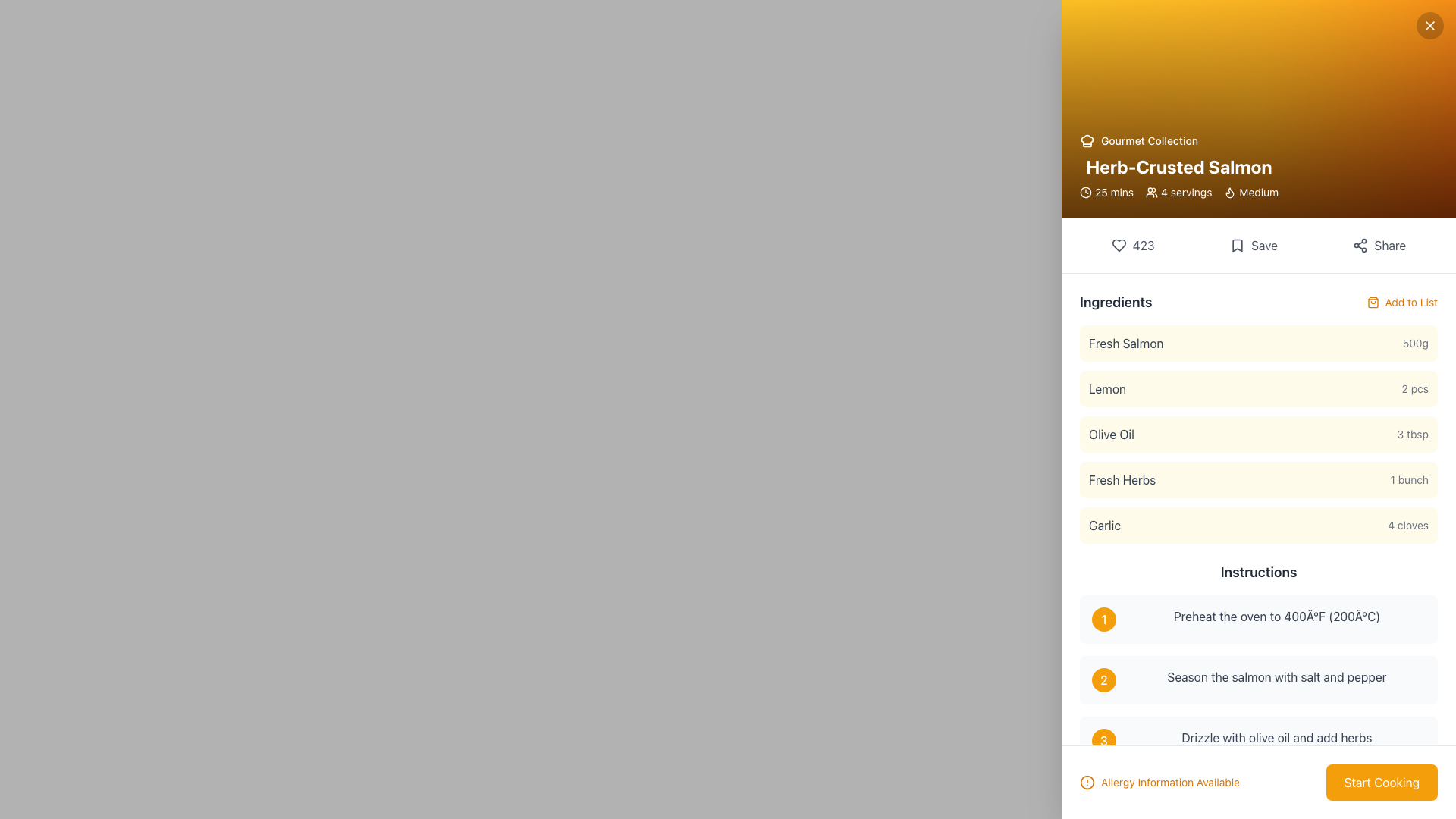 Image resolution: width=1456 pixels, height=819 pixels. Describe the element at coordinates (1408, 479) in the screenshot. I see `the text label displaying '1 bunch' in gray font, located beside 'Fresh Herbs' in the 'Ingredients' section` at that location.